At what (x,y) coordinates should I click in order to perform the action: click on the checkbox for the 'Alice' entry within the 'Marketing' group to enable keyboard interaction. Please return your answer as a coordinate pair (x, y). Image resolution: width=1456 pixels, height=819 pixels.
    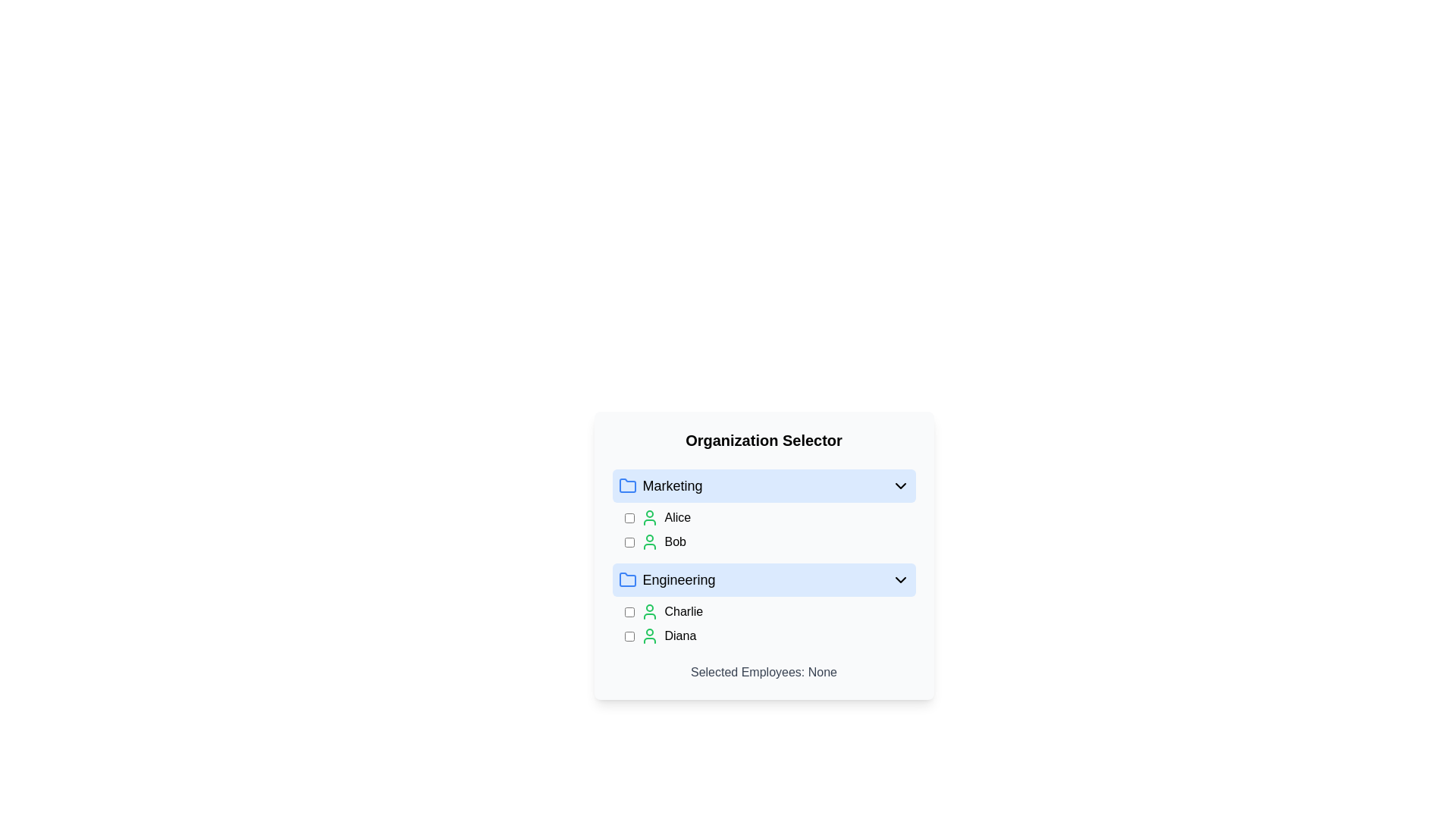
    Looking at the image, I should click on (629, 516).